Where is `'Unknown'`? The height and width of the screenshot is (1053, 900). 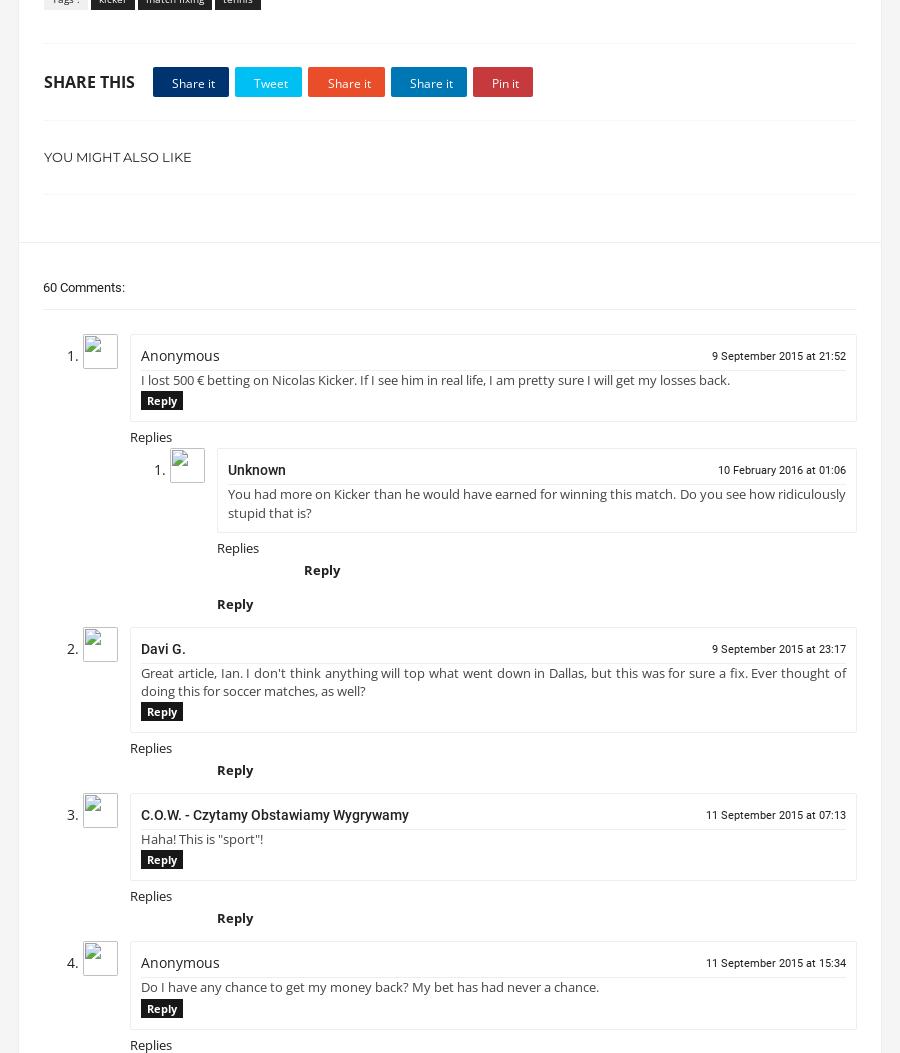 'Unknown' is located at coordinates (256, 476).